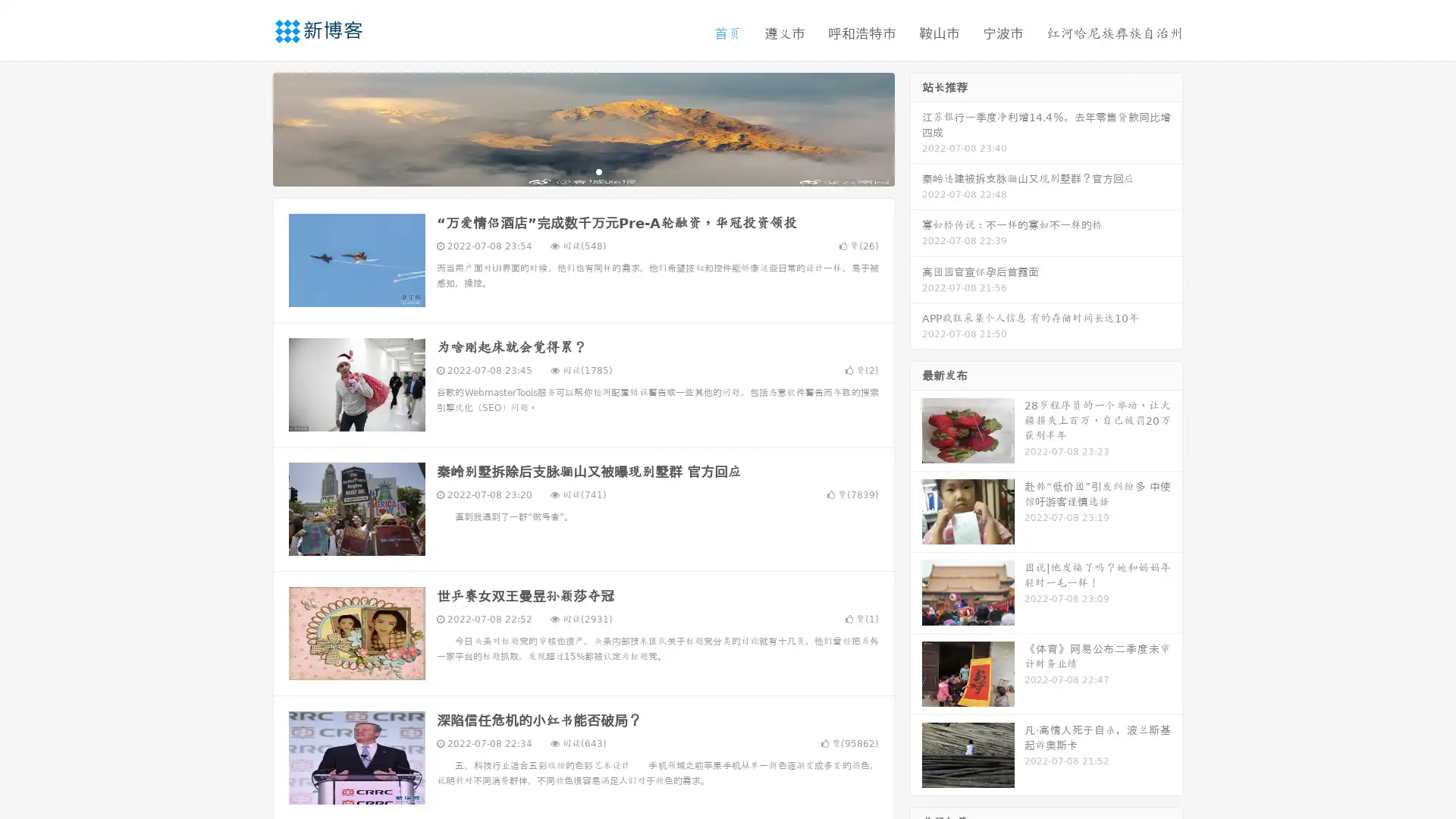 This screenshot has height=819, width=1456. What do you see at coordinates (598, 171) in the screenshot?
I see `Go to slide 3` at bounding box center [598, 171].